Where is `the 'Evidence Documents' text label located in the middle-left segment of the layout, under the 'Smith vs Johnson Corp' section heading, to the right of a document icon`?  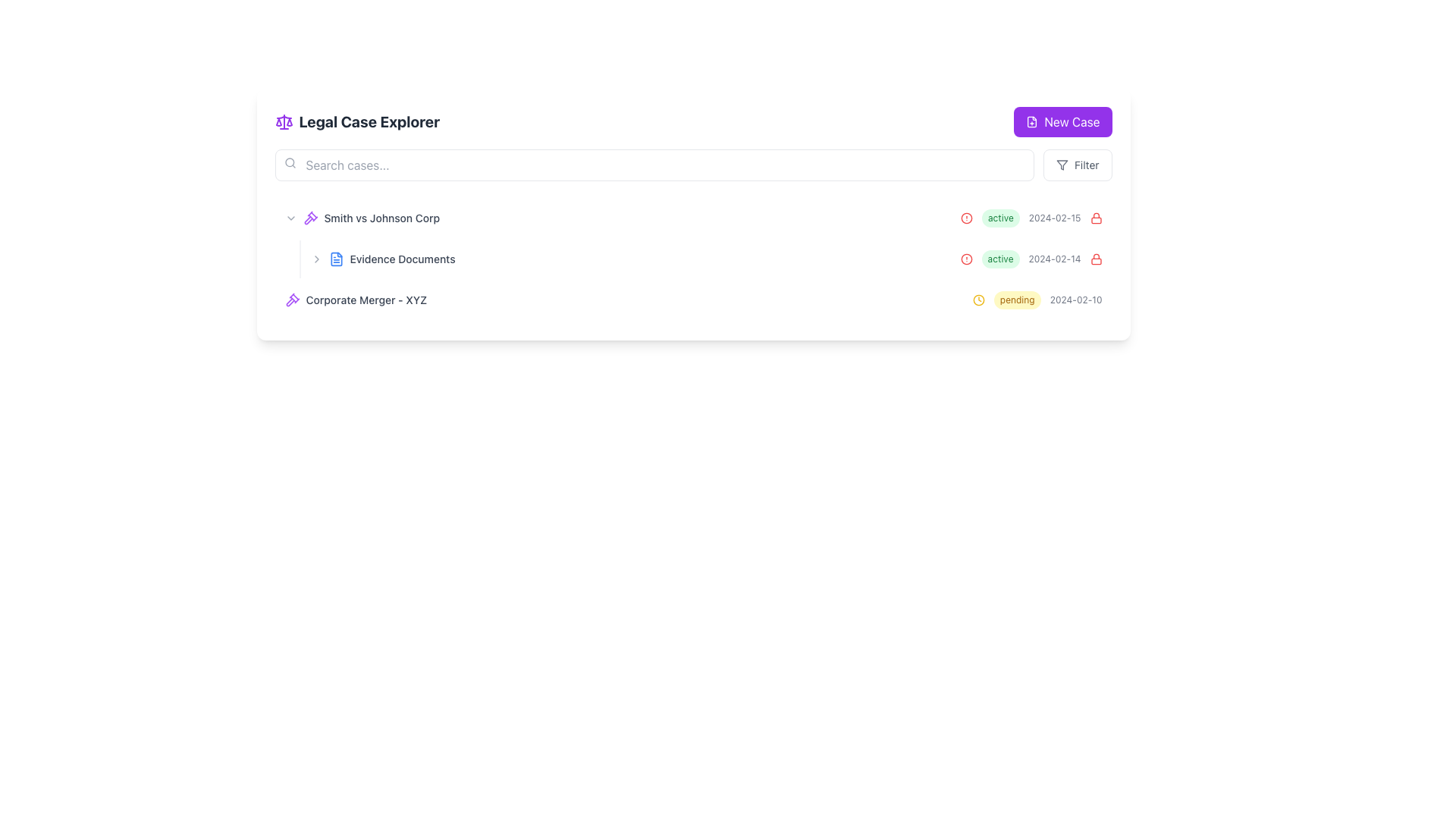
the 'Evidence Documents' text label located in the middle-left segment of the layout, under the 'Smith vs Johnson Corp' section heading, to the right of a document icon is located at coordinates (403, 259).